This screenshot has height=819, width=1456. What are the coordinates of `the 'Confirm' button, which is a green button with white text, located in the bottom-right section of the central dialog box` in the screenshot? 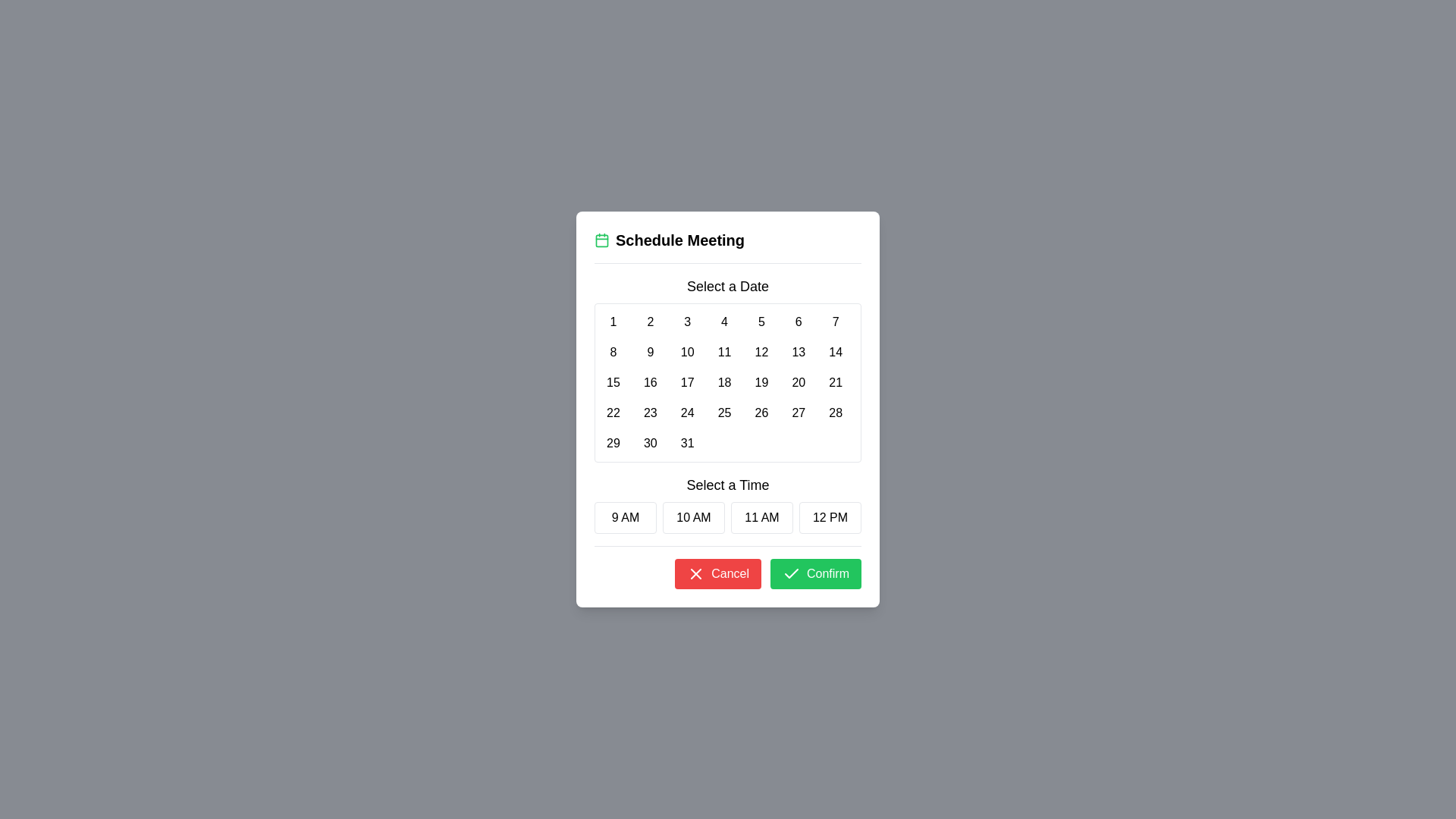 It's located at (827, 573).